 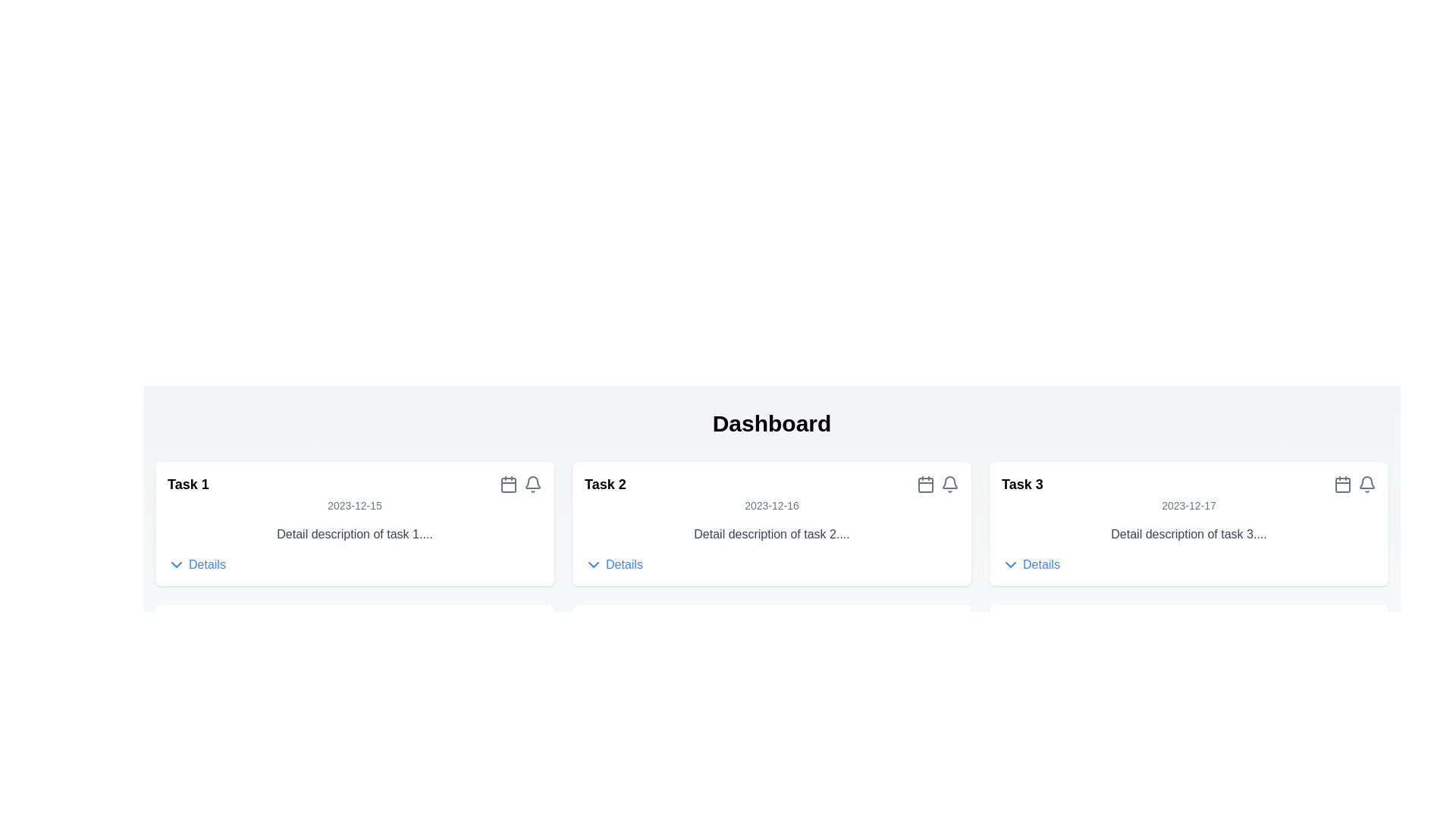 What do you see at coordinates (509, 485) in the screenshot?
I see `the calendar icon located in the upper-right corner of the first task card, beside the task name and date` at bounding box center [509, 485].